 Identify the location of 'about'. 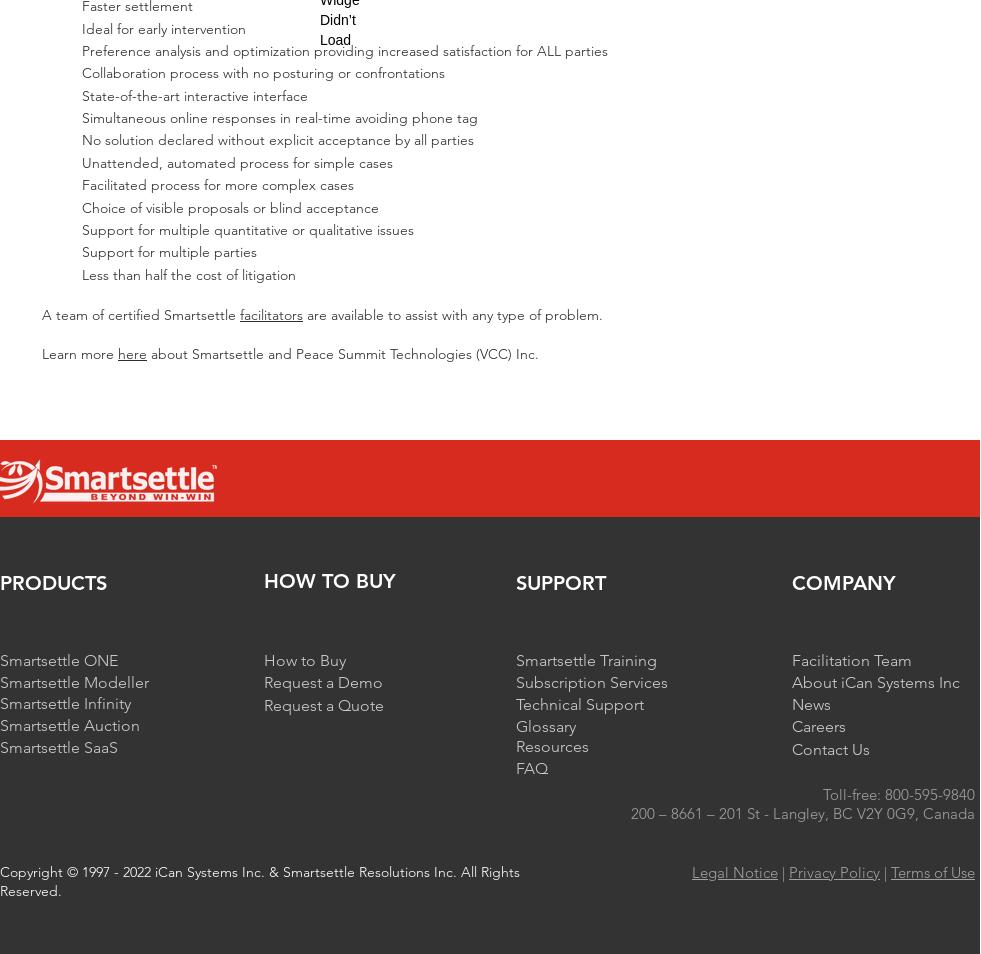
(168, 352).